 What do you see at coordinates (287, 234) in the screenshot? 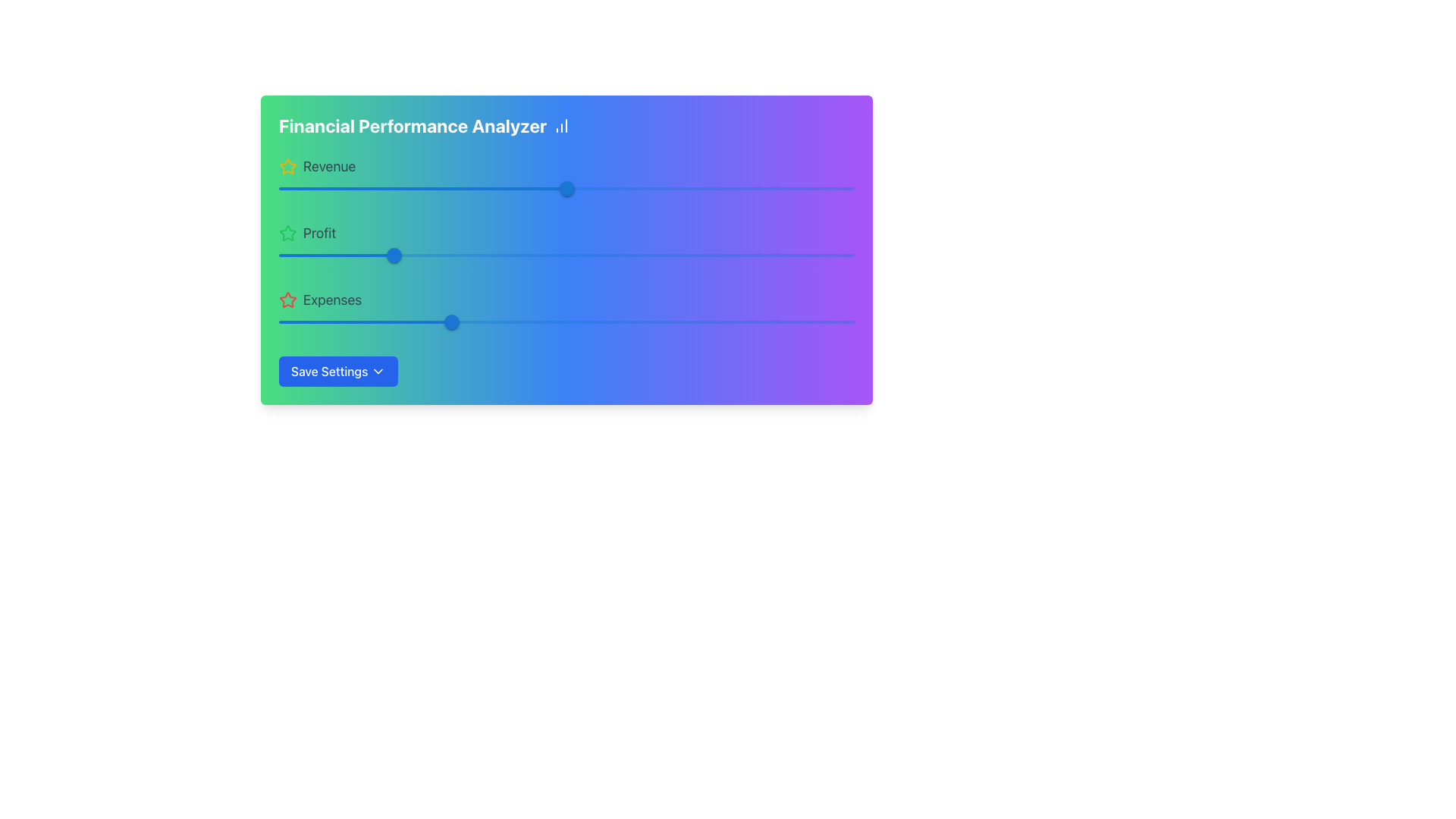
I see `the five-pointed star icon with a green outline, located to the left of the 'Profit' text label in the financial performance metrics section` at bounding box center [287, 234].